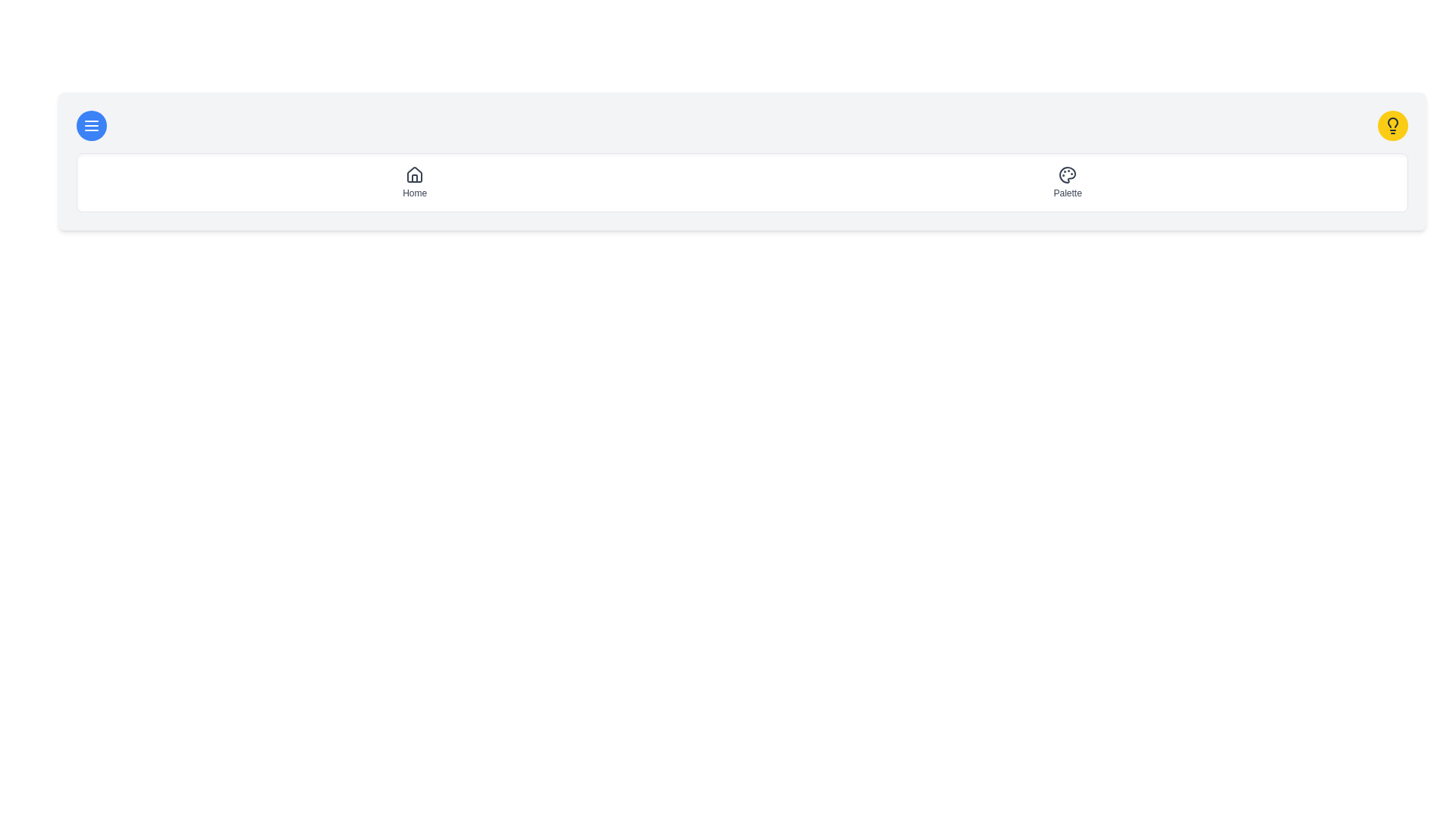  I want to click on the decorative Lightbulb SVG icon located at the top-right corner of the interface, so click(1393, 122).